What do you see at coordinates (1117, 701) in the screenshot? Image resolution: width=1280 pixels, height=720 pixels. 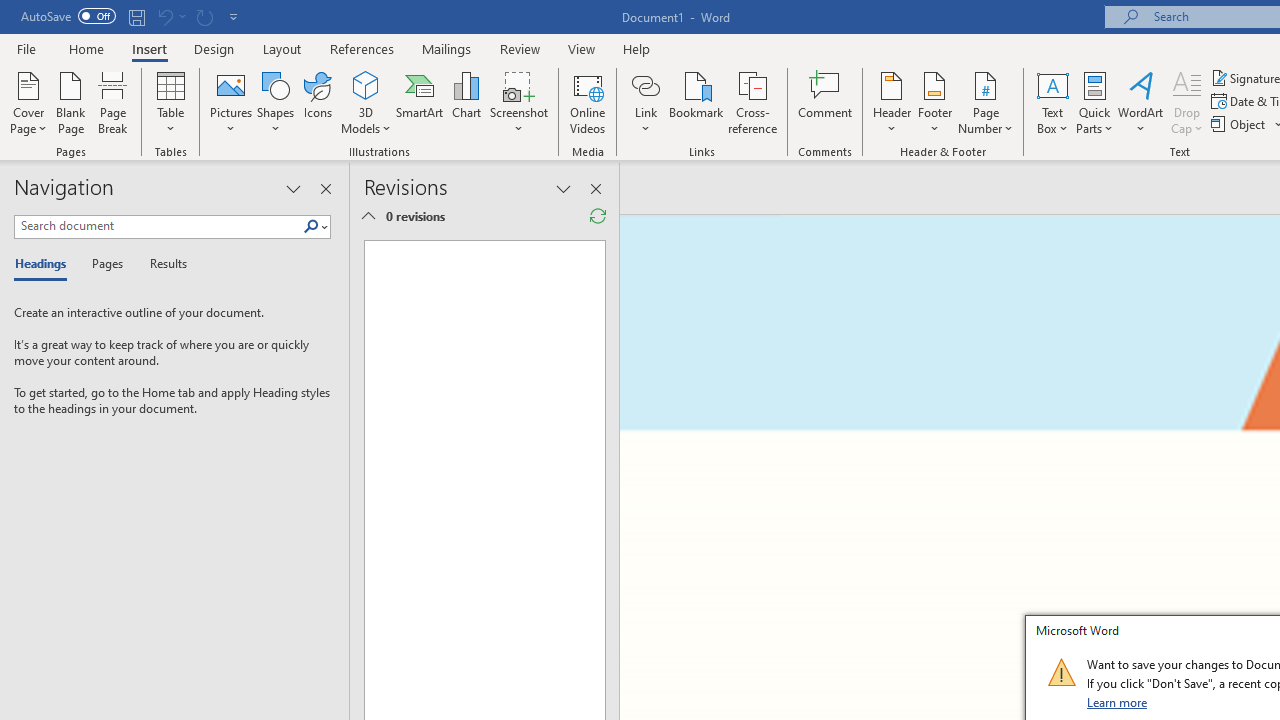 I see `'Learn more'` at bounding box center [1117, 701].